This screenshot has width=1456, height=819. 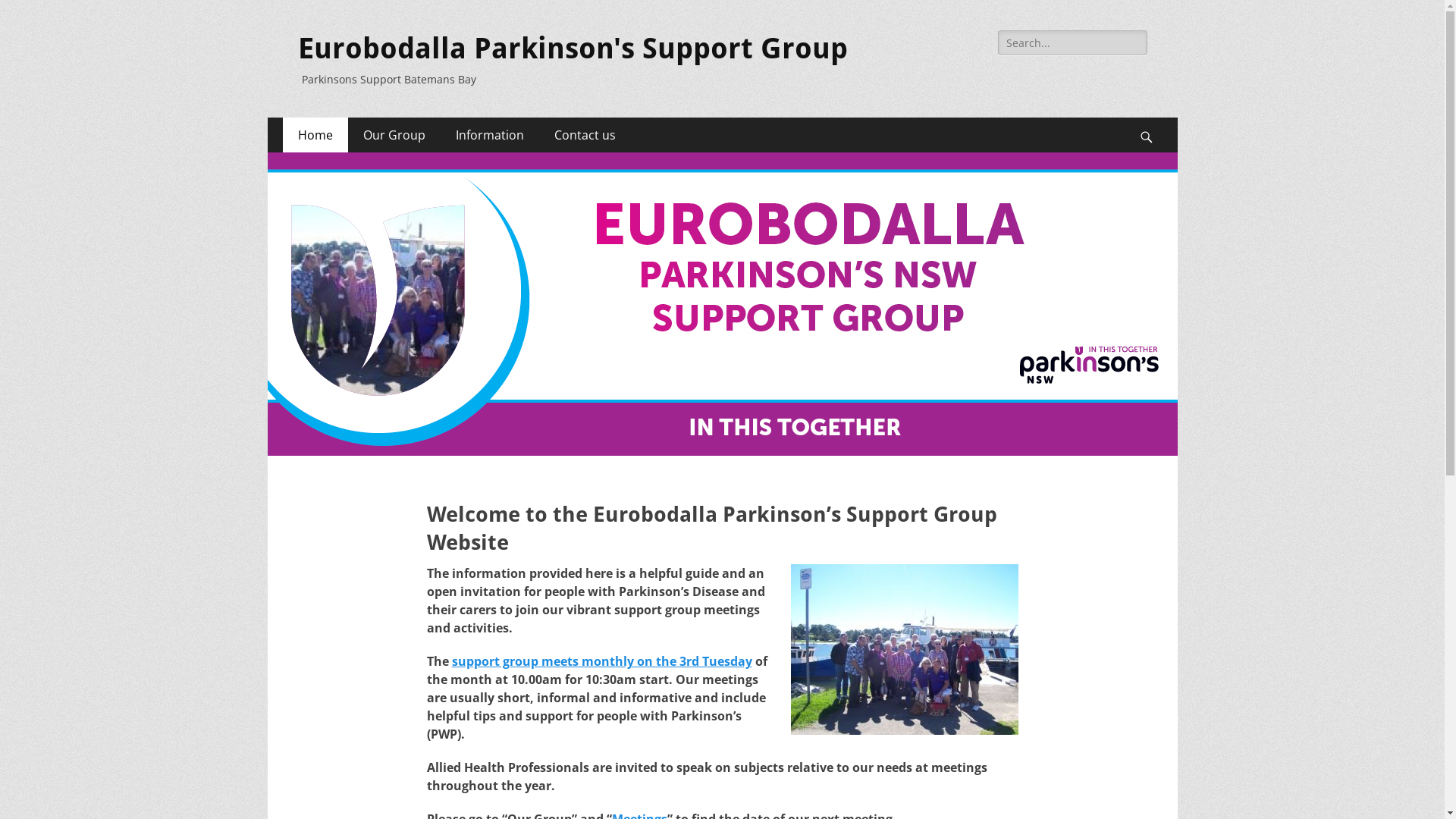 What do you see at coordinates (488, 133) in the screenshot?
I see `'Information'` at bounding box center [488, 133].